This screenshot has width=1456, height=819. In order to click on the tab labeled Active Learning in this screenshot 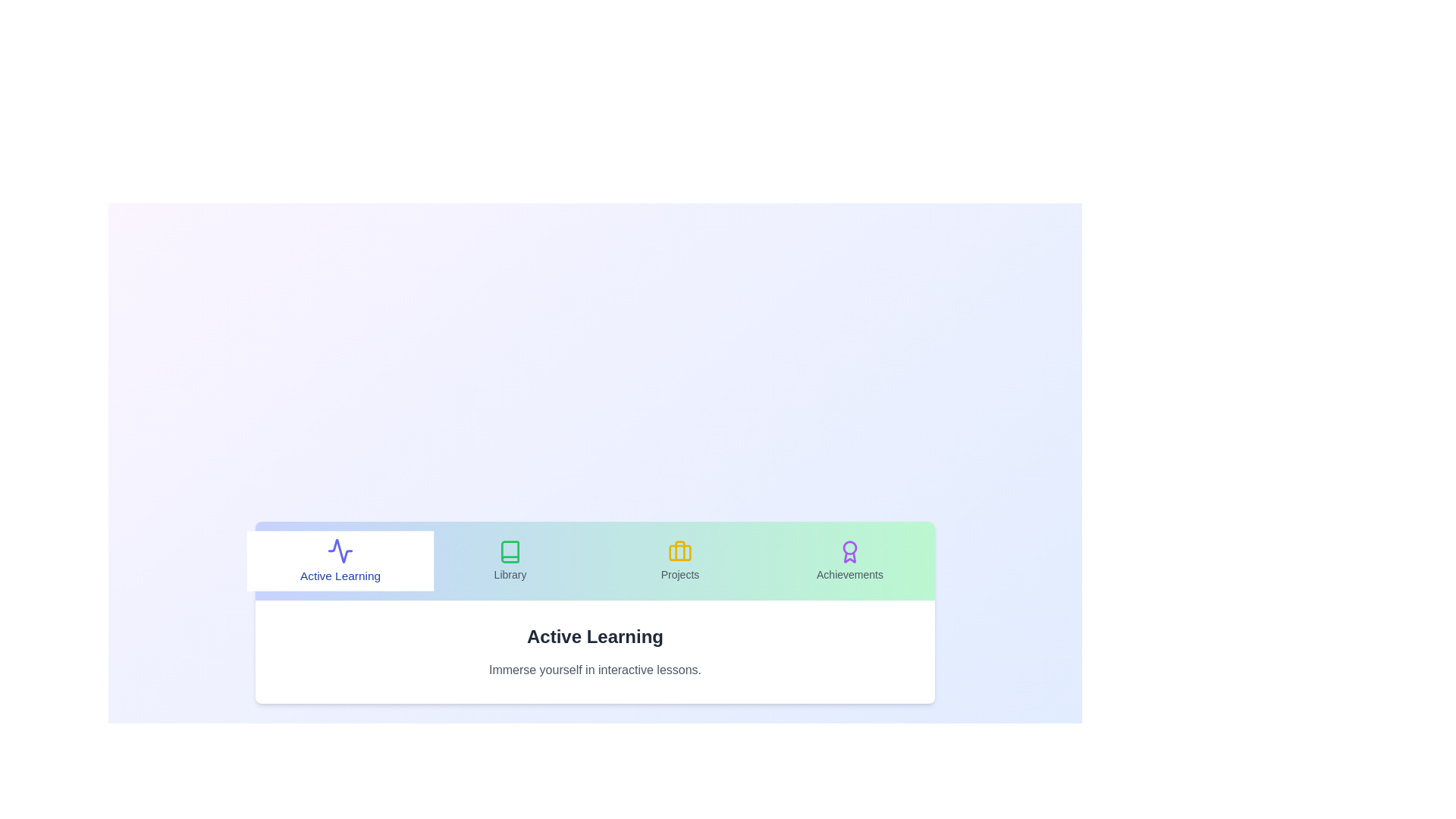, I will do `click(340, 561)`.